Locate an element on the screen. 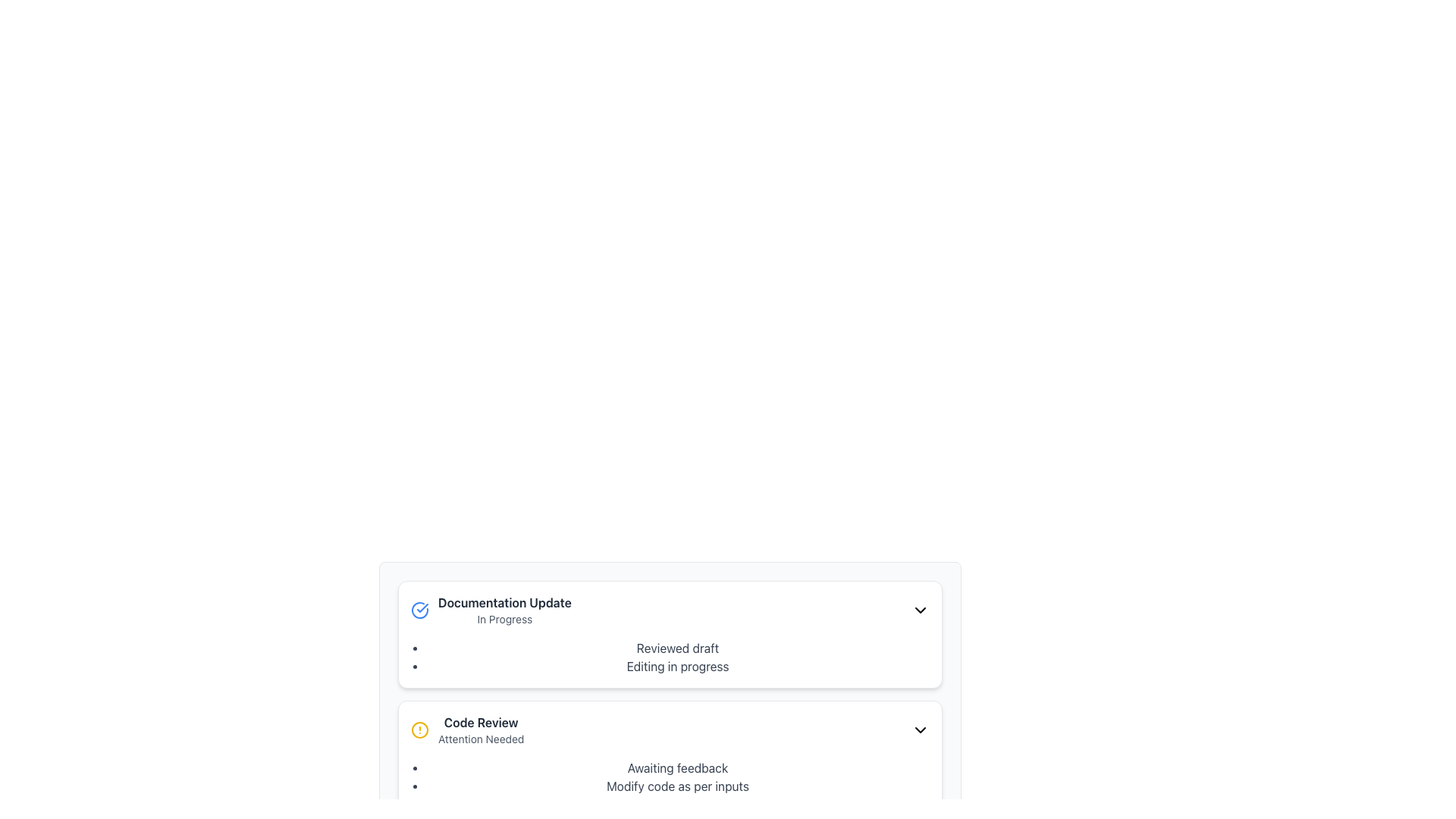 The image size is (1456, 819). the chevron-down icon located in the top-right corner of the 'Documentation Update' card is located at coordinates (920, 610).